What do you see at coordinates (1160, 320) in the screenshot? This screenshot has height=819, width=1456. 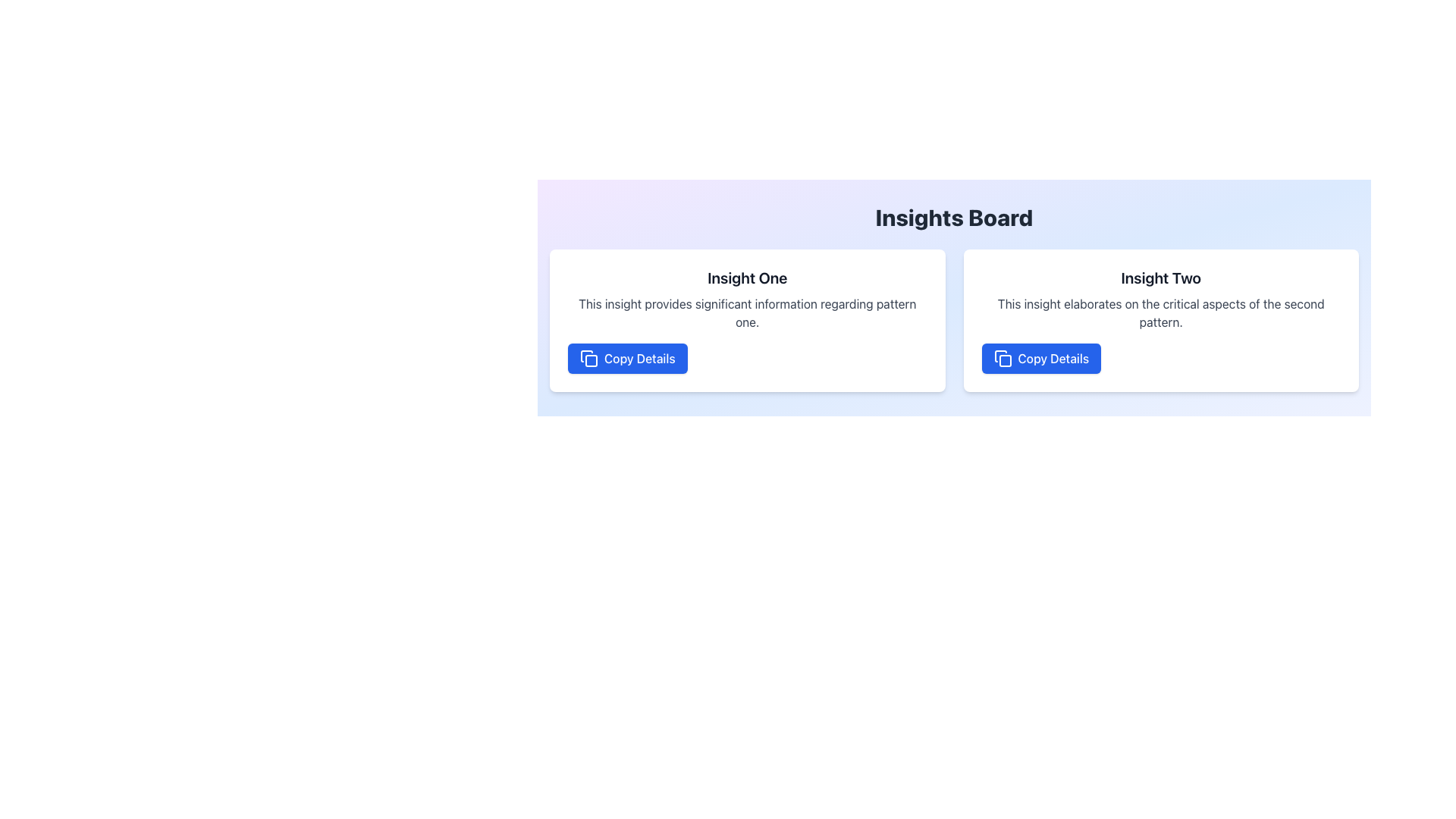 I see `title and description of the card component labeled 'Insight Two', which is located in the top-right corner of the grid` at bounding box center [1160, 320].